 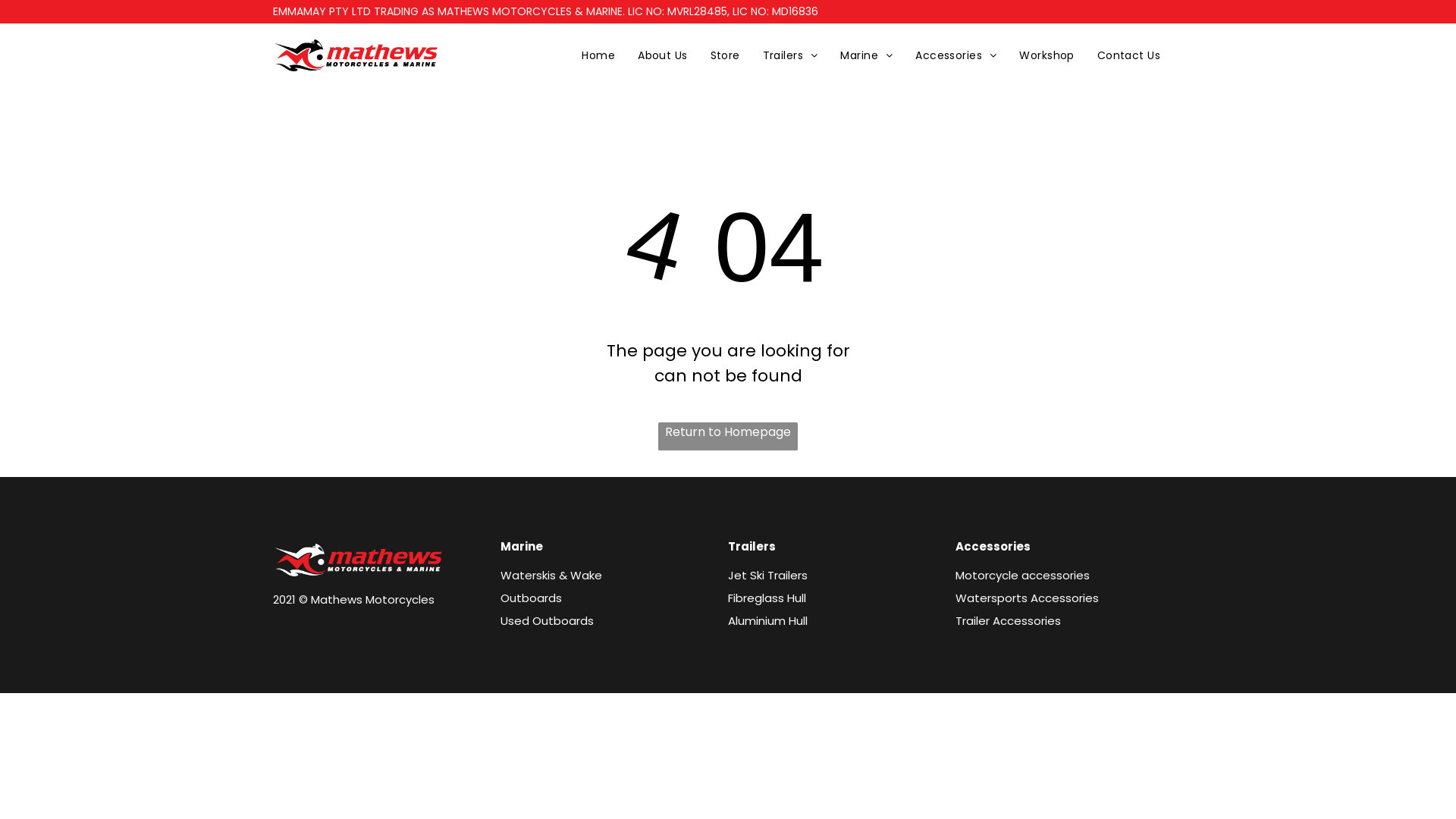 I want to click on 'Workshop', so click(x=1008, y=55).